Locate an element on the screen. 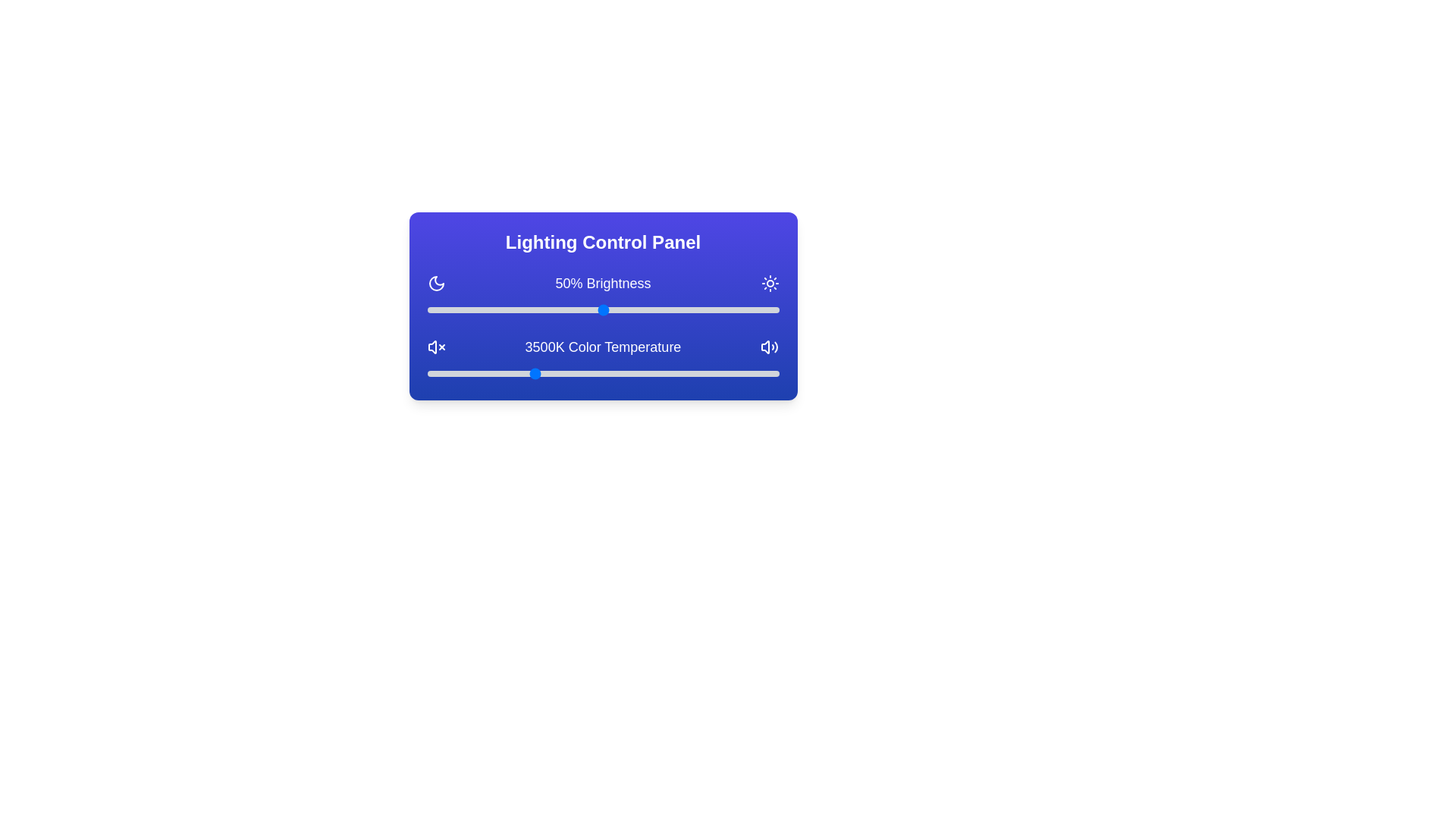 This screenshot has height=819, width=1456. the brightness slider to 73% is located at coordinates (683, 309).